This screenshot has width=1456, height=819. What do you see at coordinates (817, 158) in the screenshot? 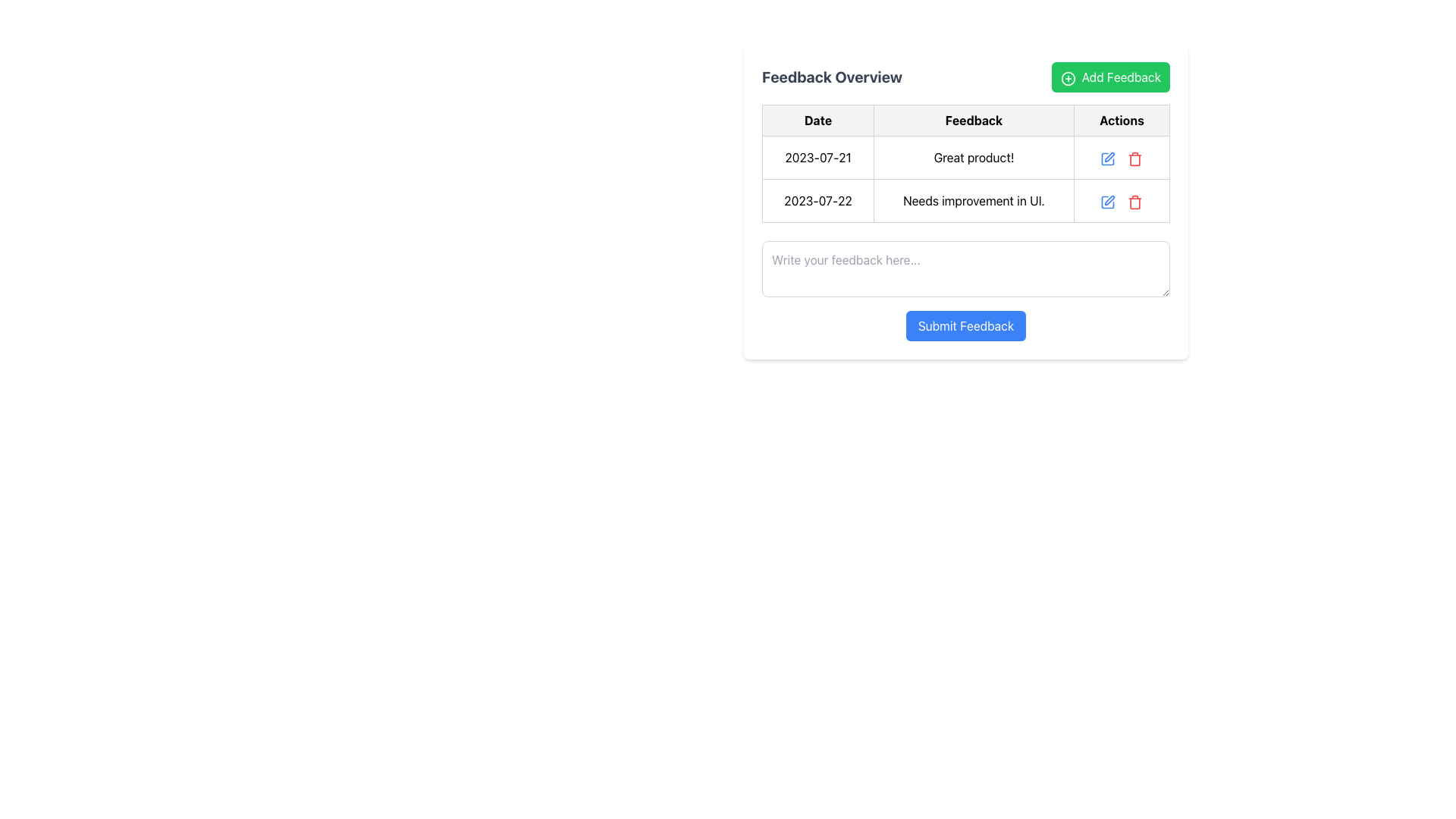
I see `the static text field displaying the date of the feedback entry, which is located in the first row under the 'Date' column in the 'Feedback Overview' section` at bounding box center [817, 158].